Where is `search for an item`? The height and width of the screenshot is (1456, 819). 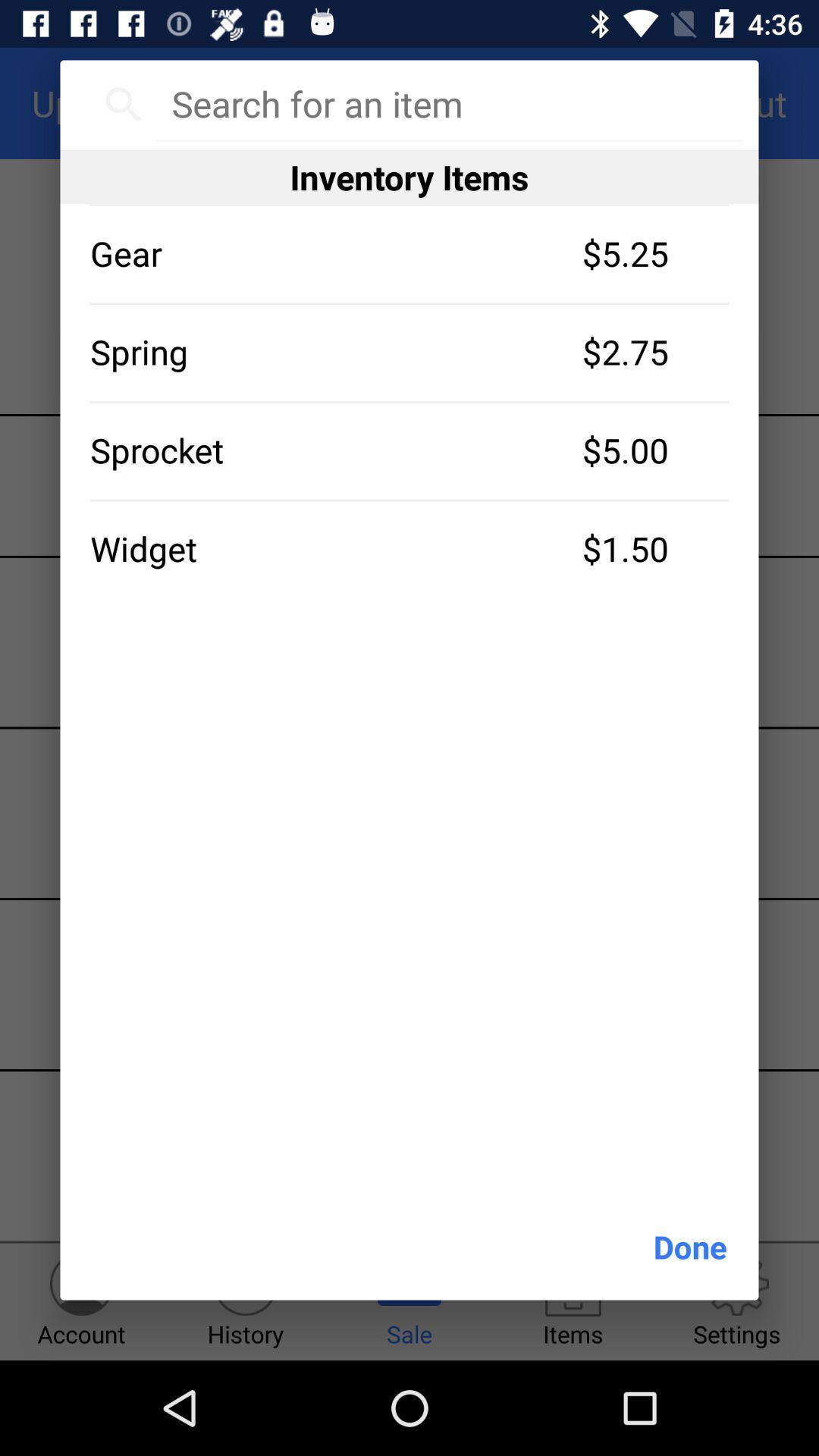 search for an item is located at coordinates (448, 103).